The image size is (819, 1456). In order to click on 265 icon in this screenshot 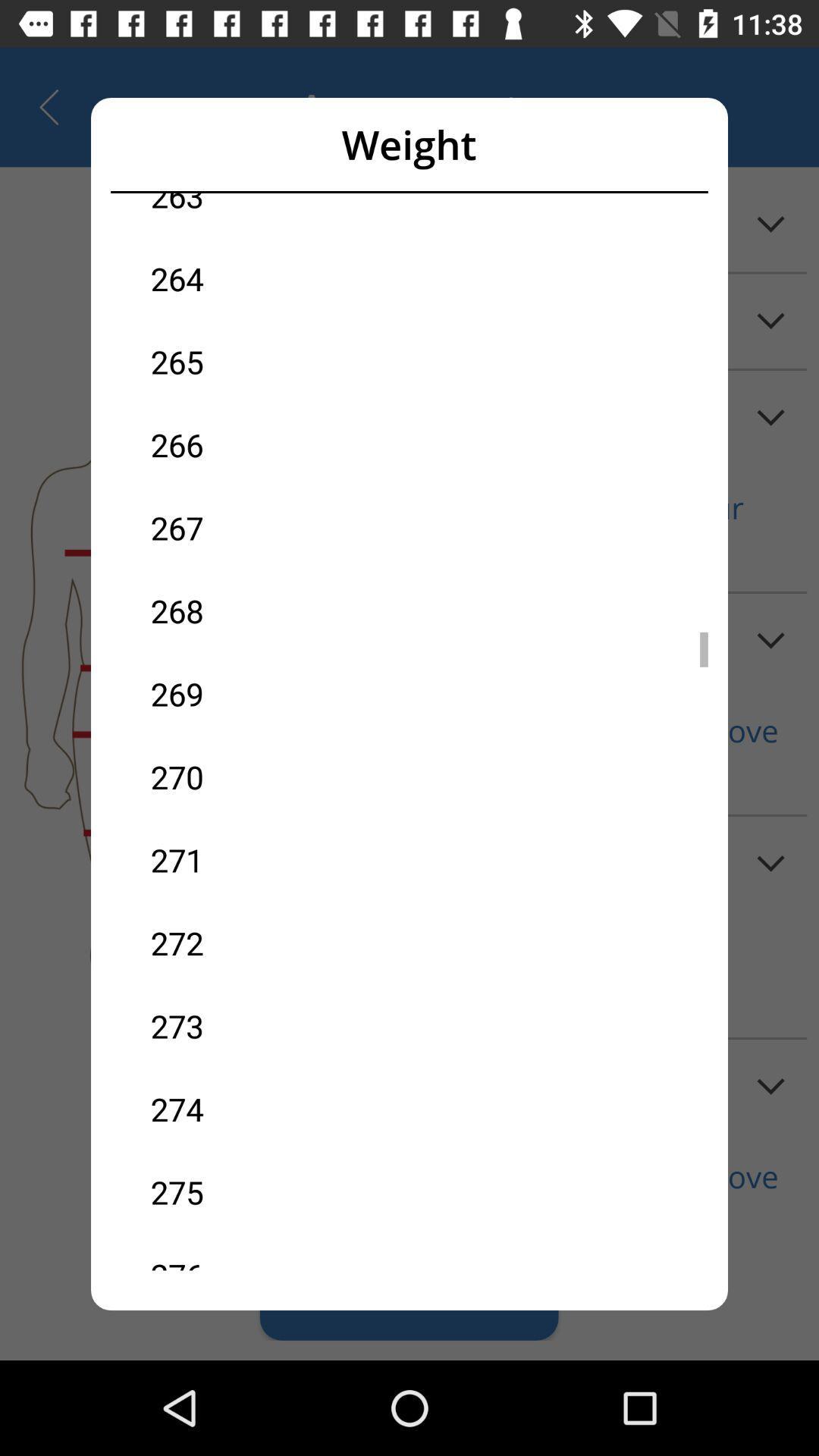, I will do `click(280, 360)`.